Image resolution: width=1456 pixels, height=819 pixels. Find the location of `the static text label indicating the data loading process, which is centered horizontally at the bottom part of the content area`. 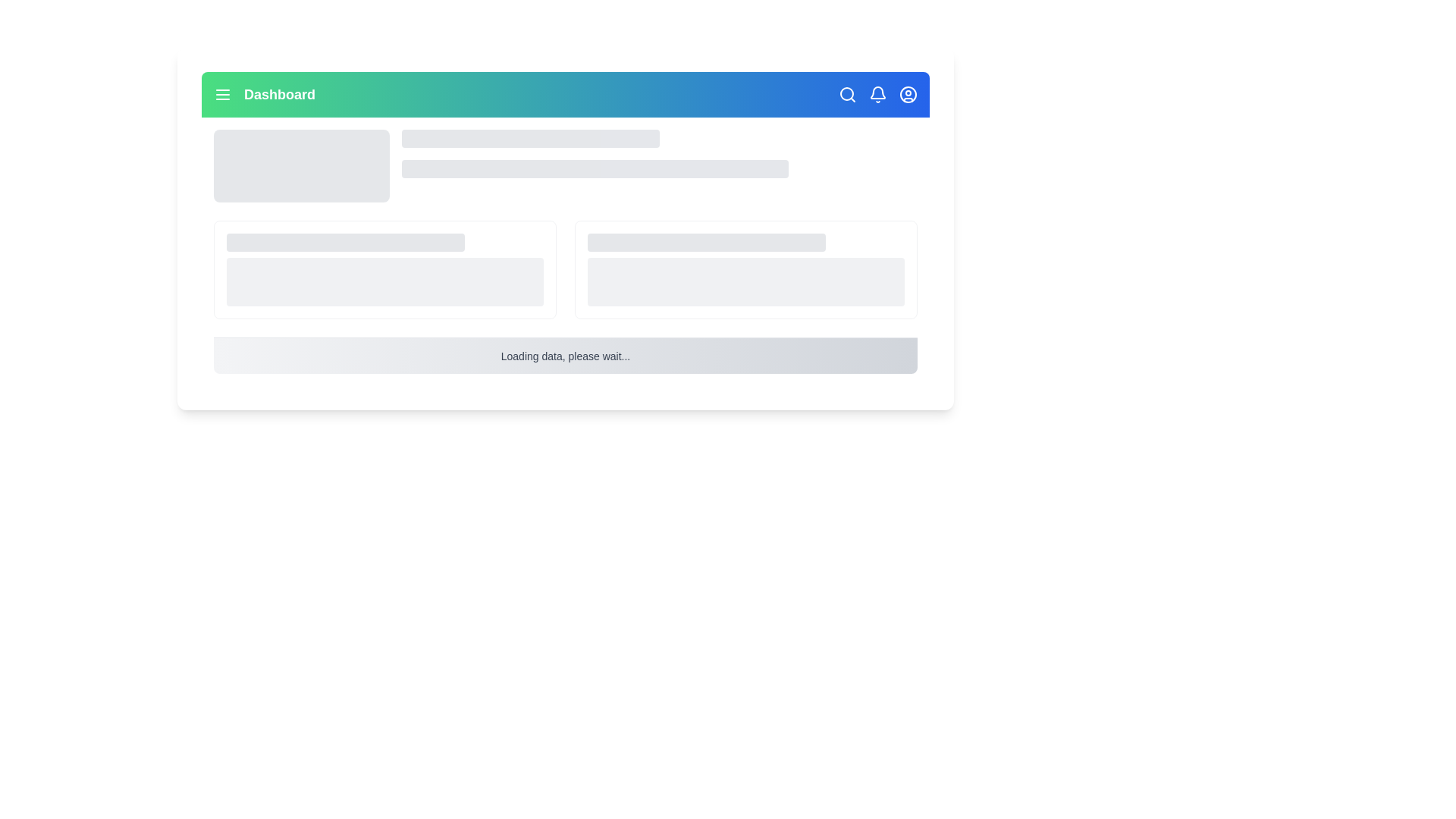

the static text label indicating the data loading process, which is centered horizontally at the bottom part of the content area is located at coordinates (564, 356).